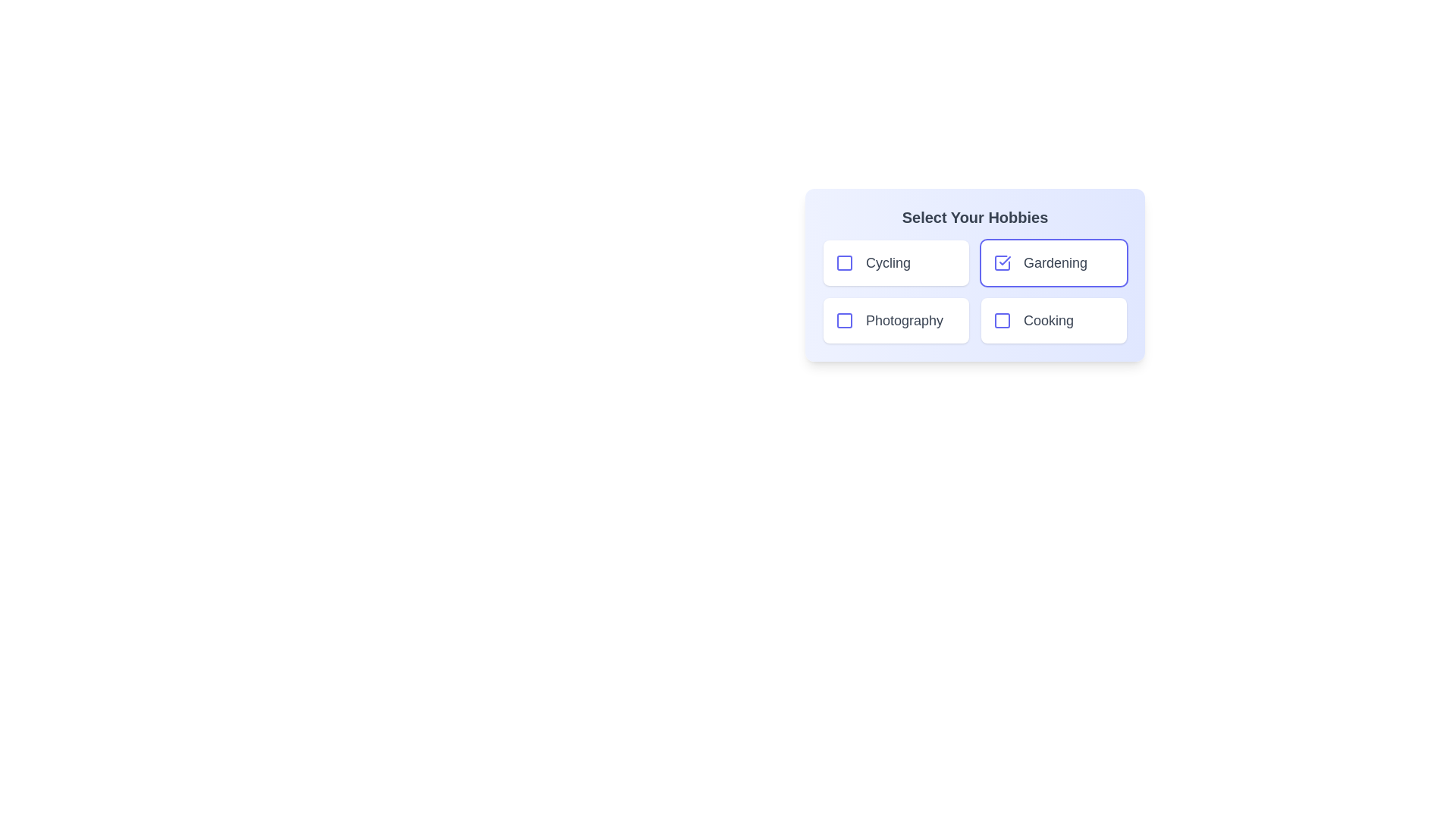 The image size is (1456, 819). I want to click on the hobby item Gardening to observe its hover effect, so click(1053, 262).